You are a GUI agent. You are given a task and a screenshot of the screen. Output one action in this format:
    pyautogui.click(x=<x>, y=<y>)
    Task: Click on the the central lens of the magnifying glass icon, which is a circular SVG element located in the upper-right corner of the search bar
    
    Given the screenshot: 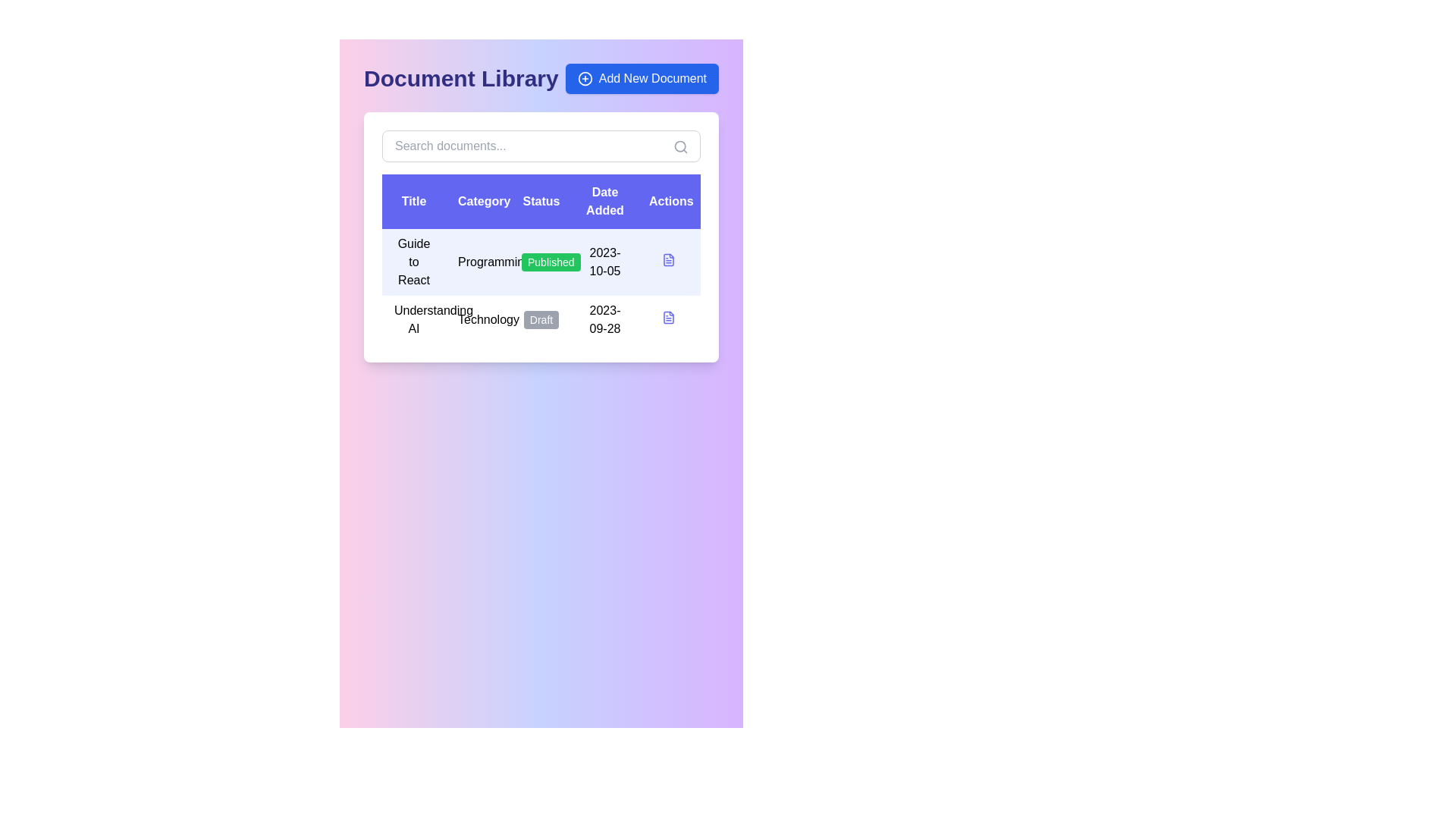 What is the action you would take?
    pyautogui.click(x=679, y=146)
    